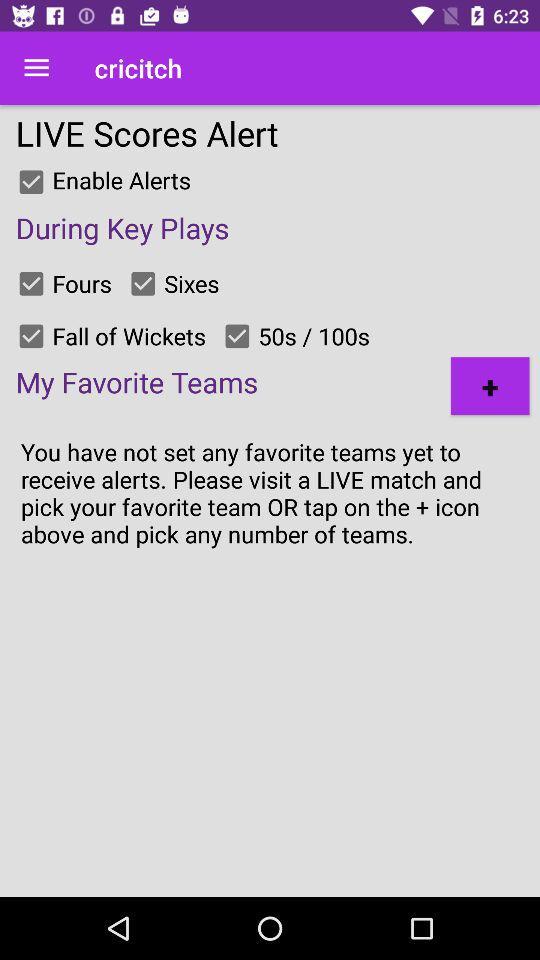 Image resolution: width=540 pixels, height=960 pixels. What do you see at coordinates (237, 336) in the screenshot?
I see `the item to the left of 50s / 100s item` at bounding box center [237, 336].